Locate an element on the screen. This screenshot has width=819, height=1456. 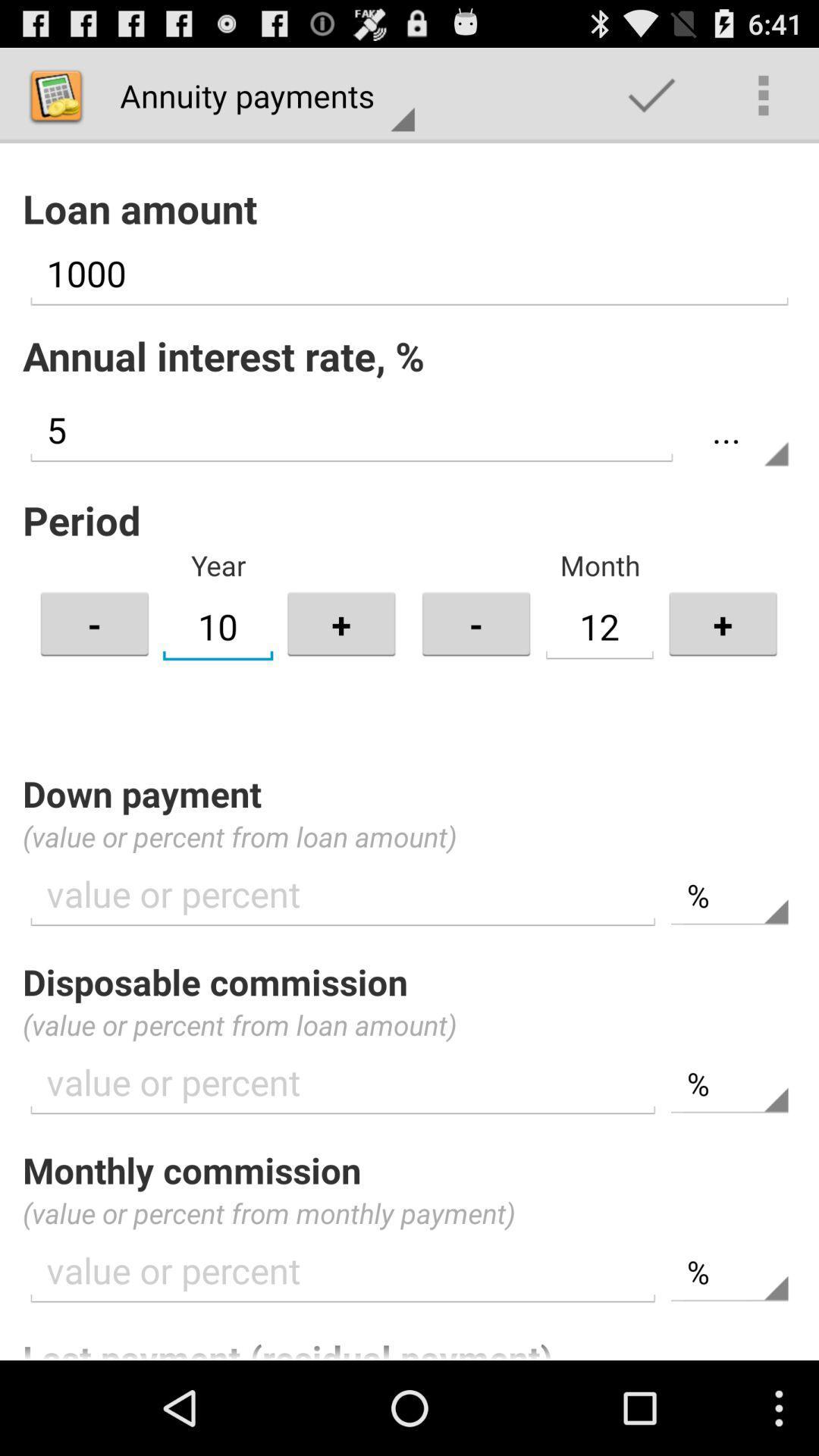
the button left to year text field is located at coordinates (94, 623).